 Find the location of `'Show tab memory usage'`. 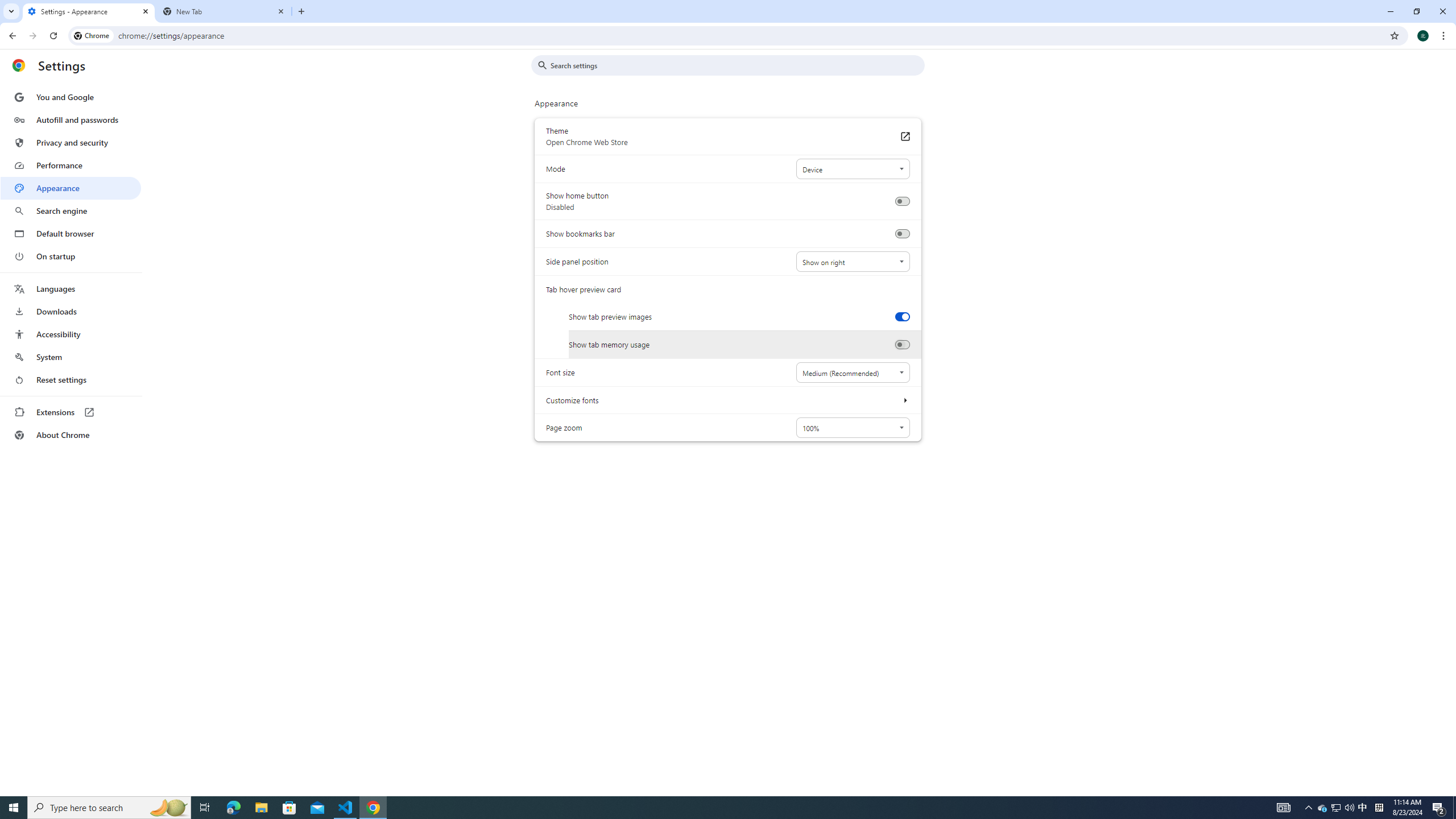

'Show tab memory usage' is located at coordinates (901, 344).